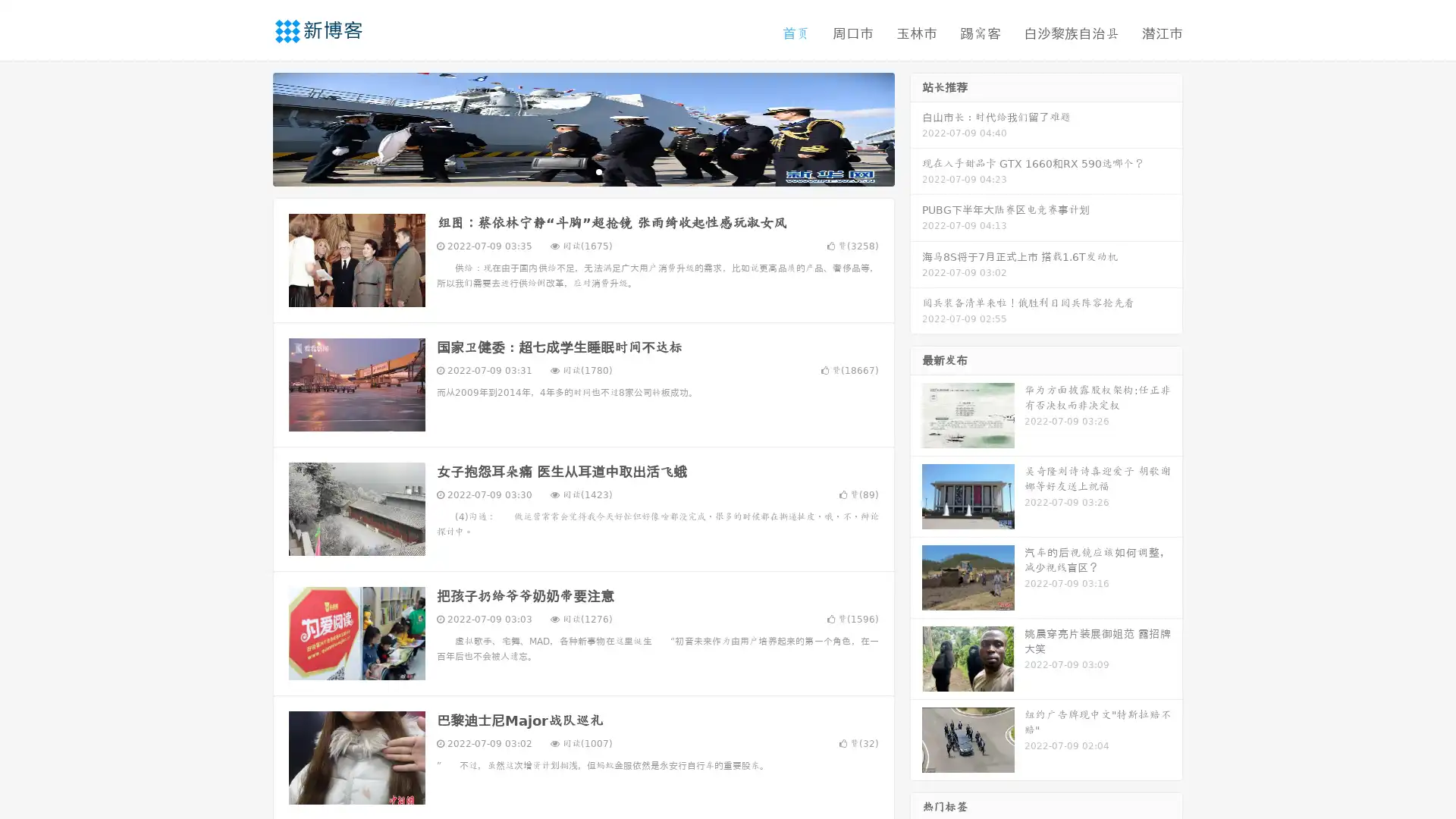 The height and width of the screenshot is (819, 1456). I want to click on Next slide, so click(916, 127).